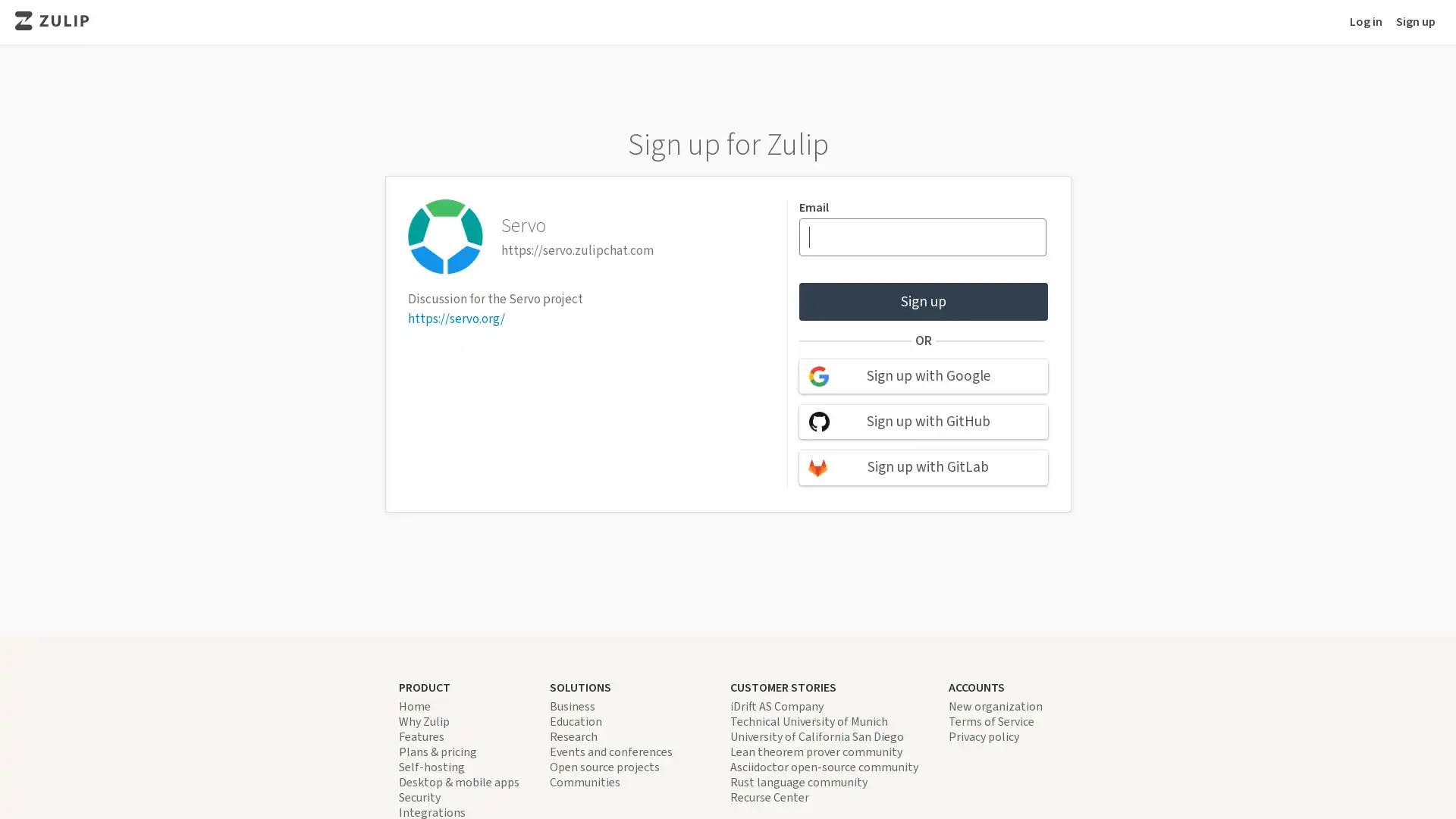  Describe the element at coordinates (922, 301) in the screenshot. I see `Sign up` at that location.